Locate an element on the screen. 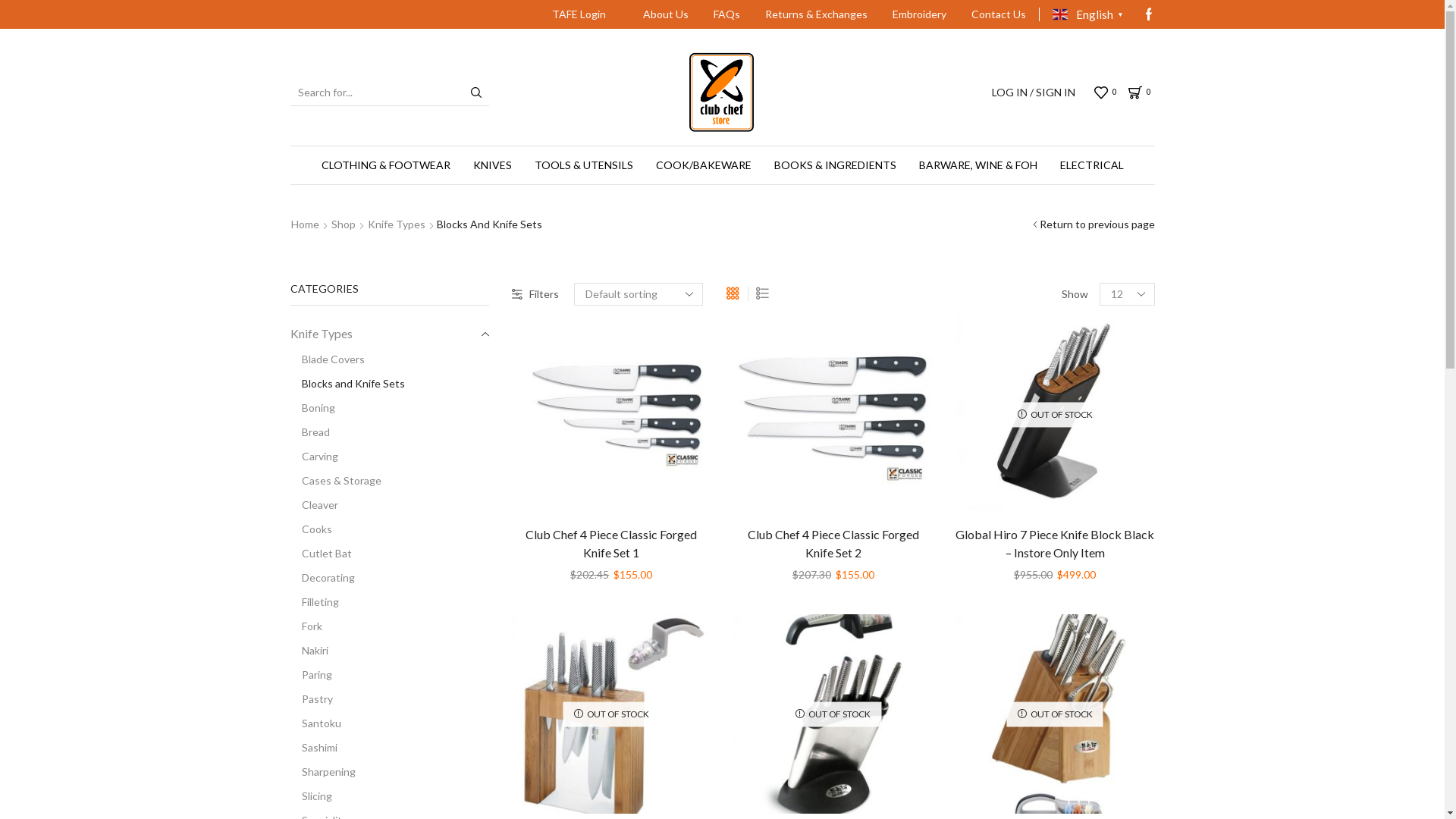 The height and width of the screenshot is (819, 1456). 'LOG IN / SIGN IN' is located at coordinates (1033, 93).